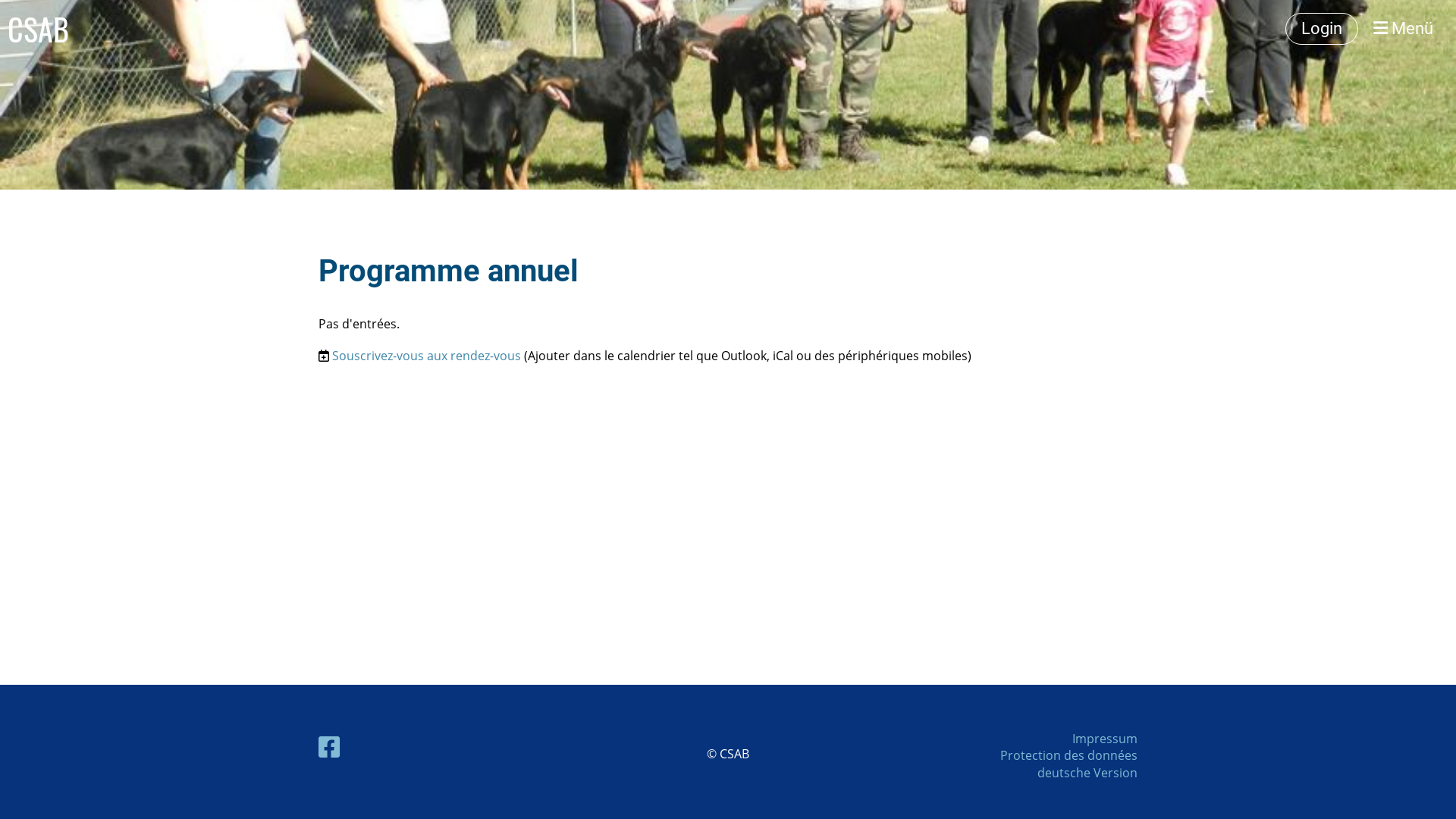 The width and height of the screenshot is (1456, 819). Describe the element at coordinates (38, 29) in the screenshot. I see `'CSAB'` at that location.